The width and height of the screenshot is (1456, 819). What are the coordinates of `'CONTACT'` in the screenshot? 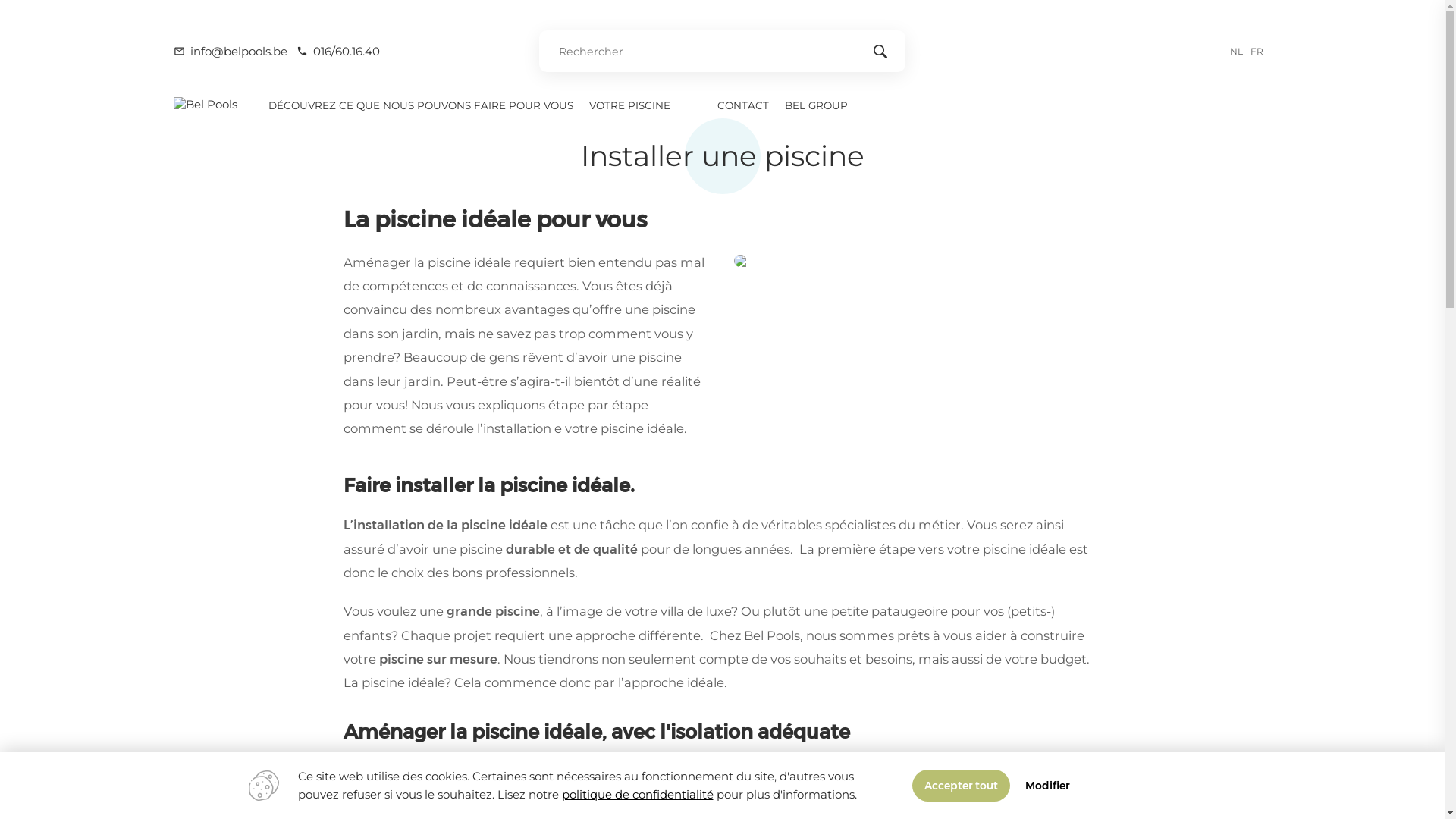 It's located at (709, 104).